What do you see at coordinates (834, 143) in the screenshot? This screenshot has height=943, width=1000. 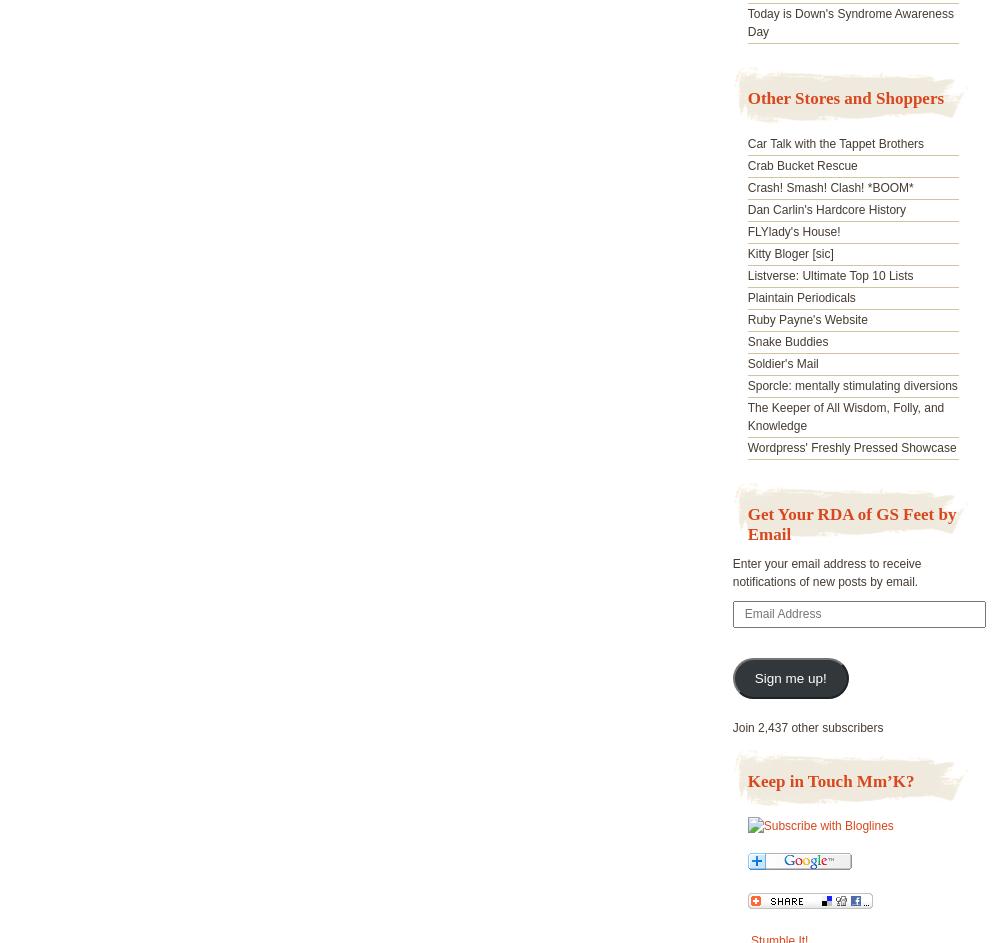 I see `'Car Talk with the Tappet Brothers'` at bounding box center [834, 143].